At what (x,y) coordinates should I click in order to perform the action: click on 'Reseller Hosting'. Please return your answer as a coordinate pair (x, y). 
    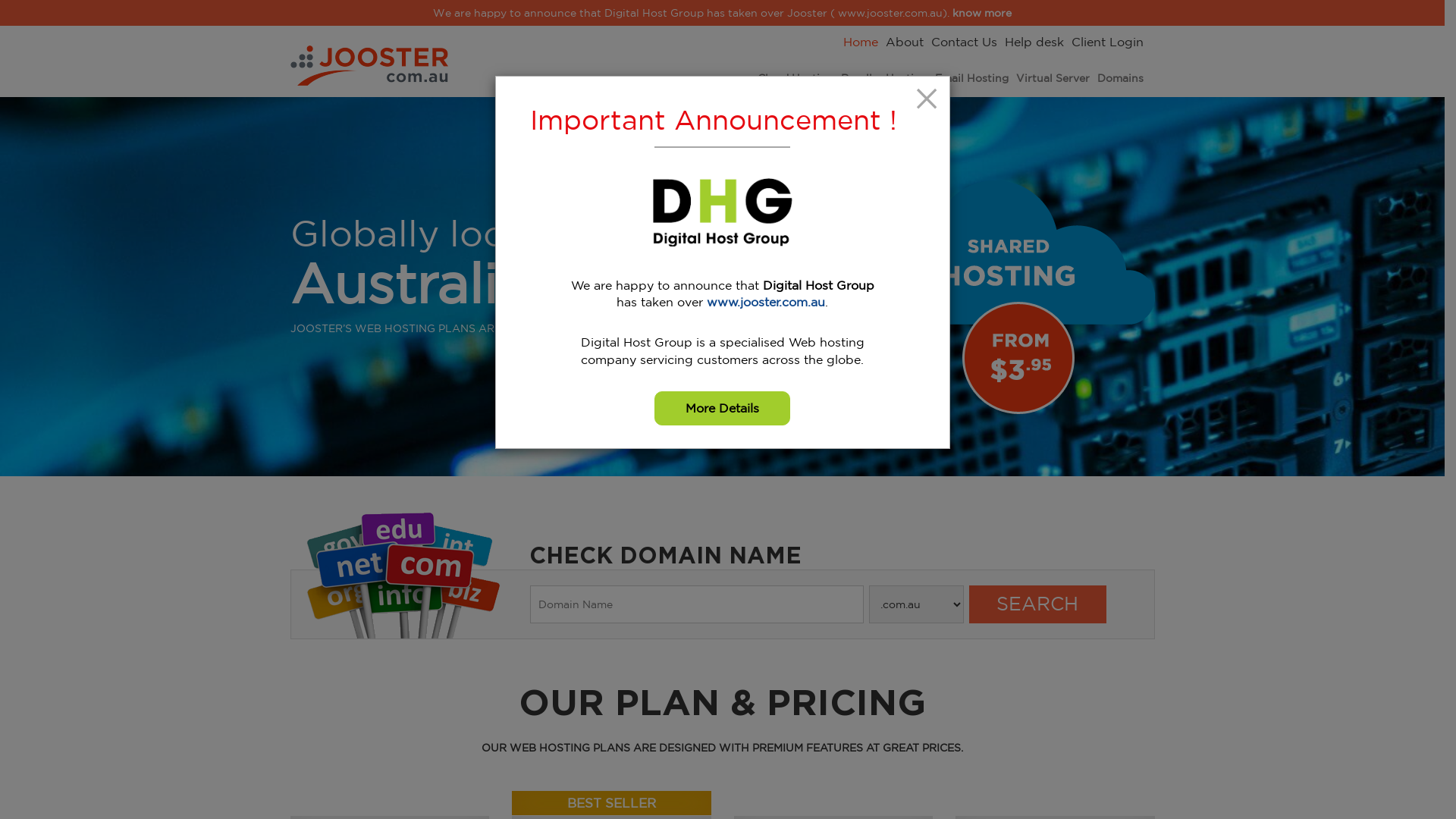
    Looking at the image, I should click on (839, 79).